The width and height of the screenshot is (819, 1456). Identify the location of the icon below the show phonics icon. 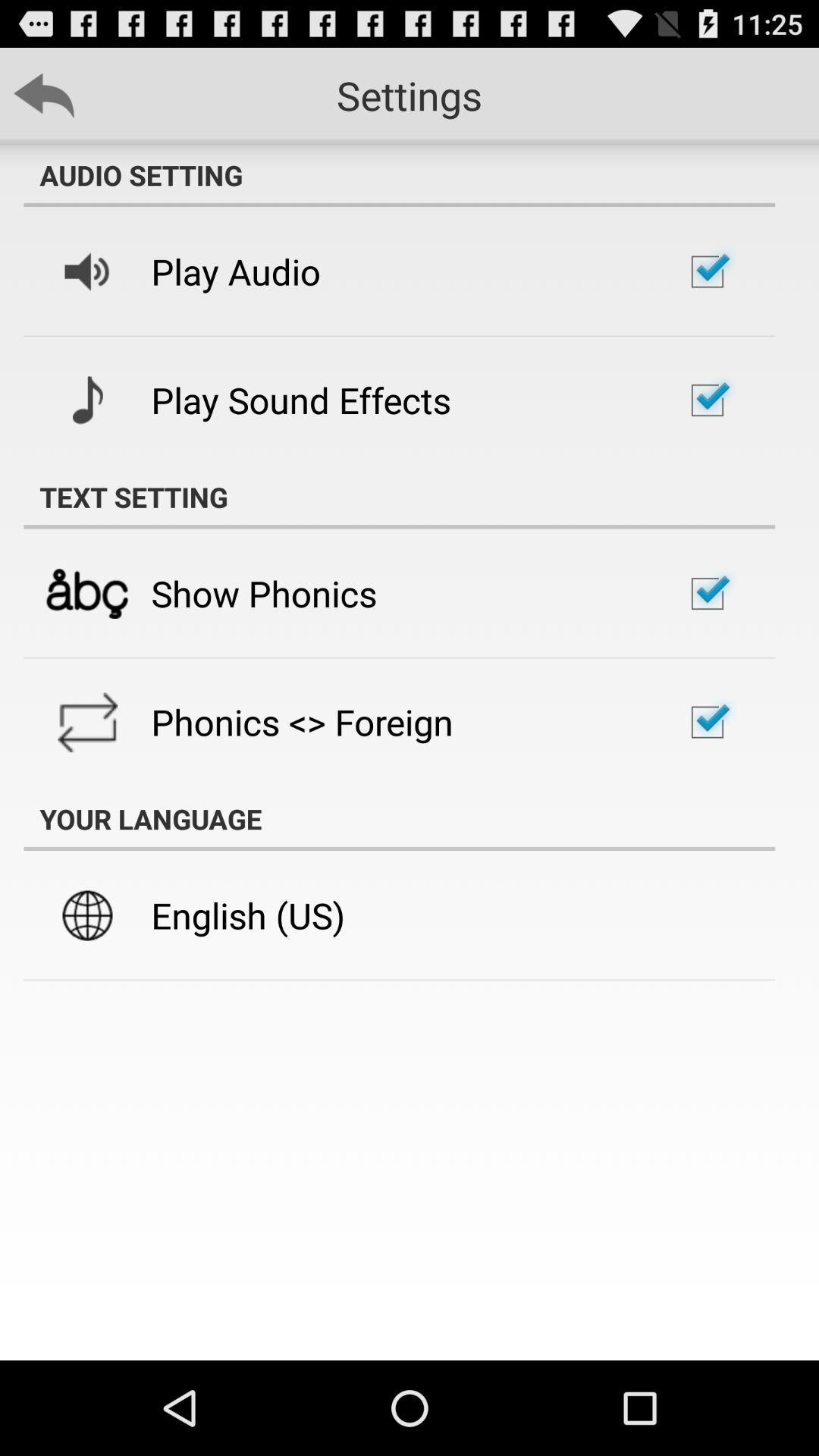
(302, 721).